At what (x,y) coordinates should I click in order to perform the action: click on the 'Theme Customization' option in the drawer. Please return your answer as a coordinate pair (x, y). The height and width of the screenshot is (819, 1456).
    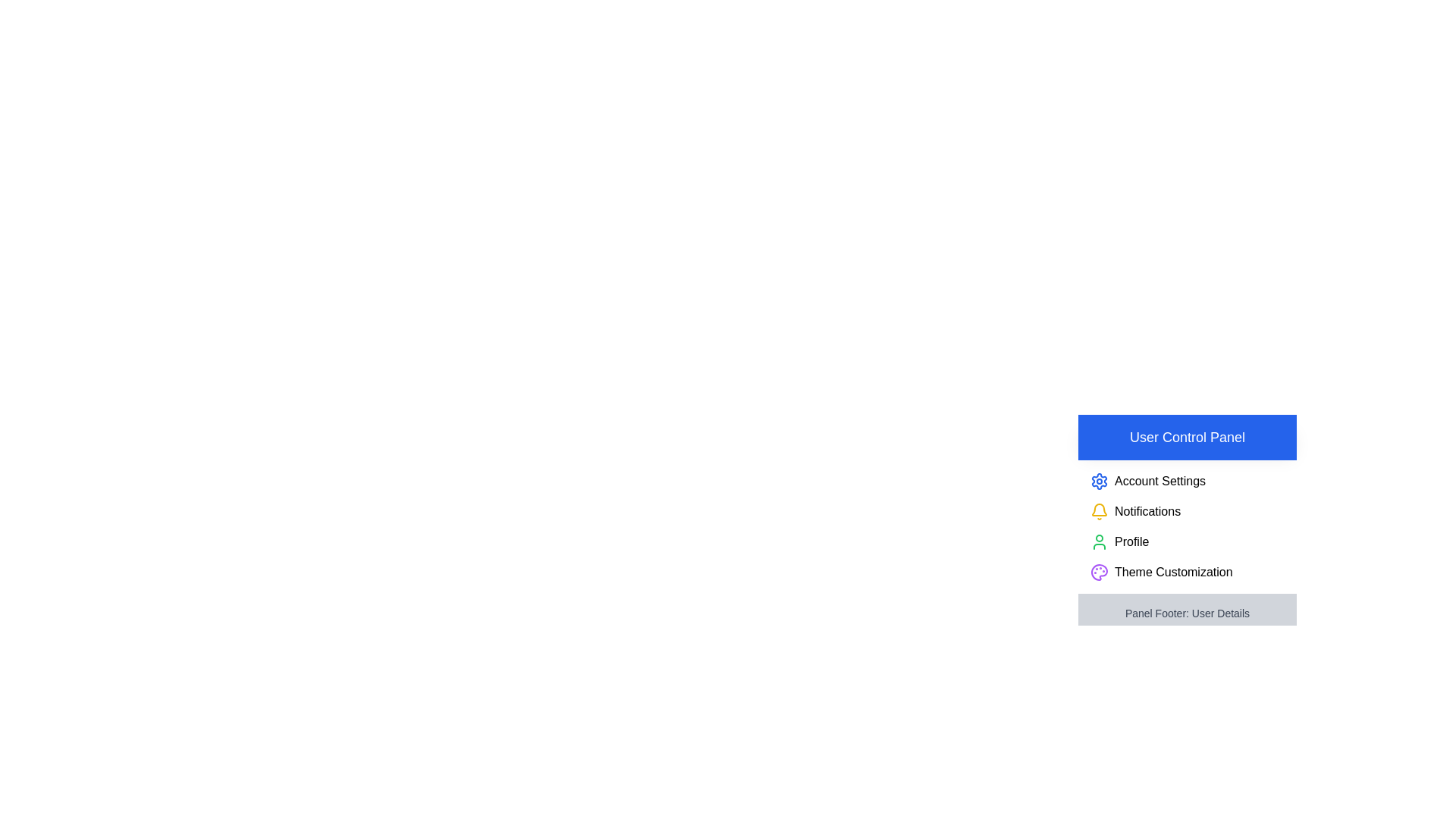
    Looking at the image, I should click on (1186, 573).